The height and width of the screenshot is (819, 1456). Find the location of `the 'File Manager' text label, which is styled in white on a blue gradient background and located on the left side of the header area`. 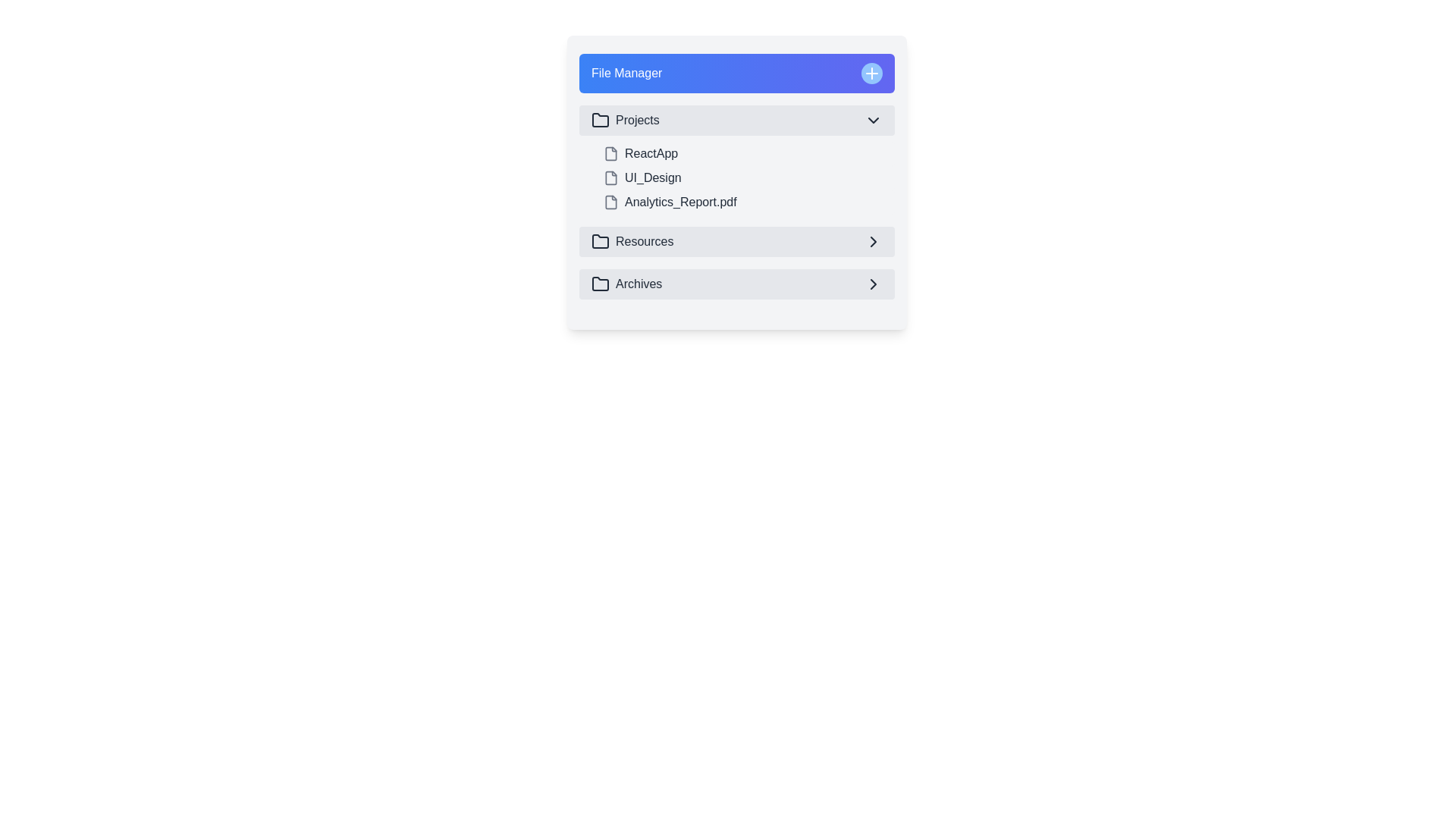

the 'File Manager' text label, which is styled in white on a blue gradient background and located on the left side of the header area is located at coordinates (626, 73).